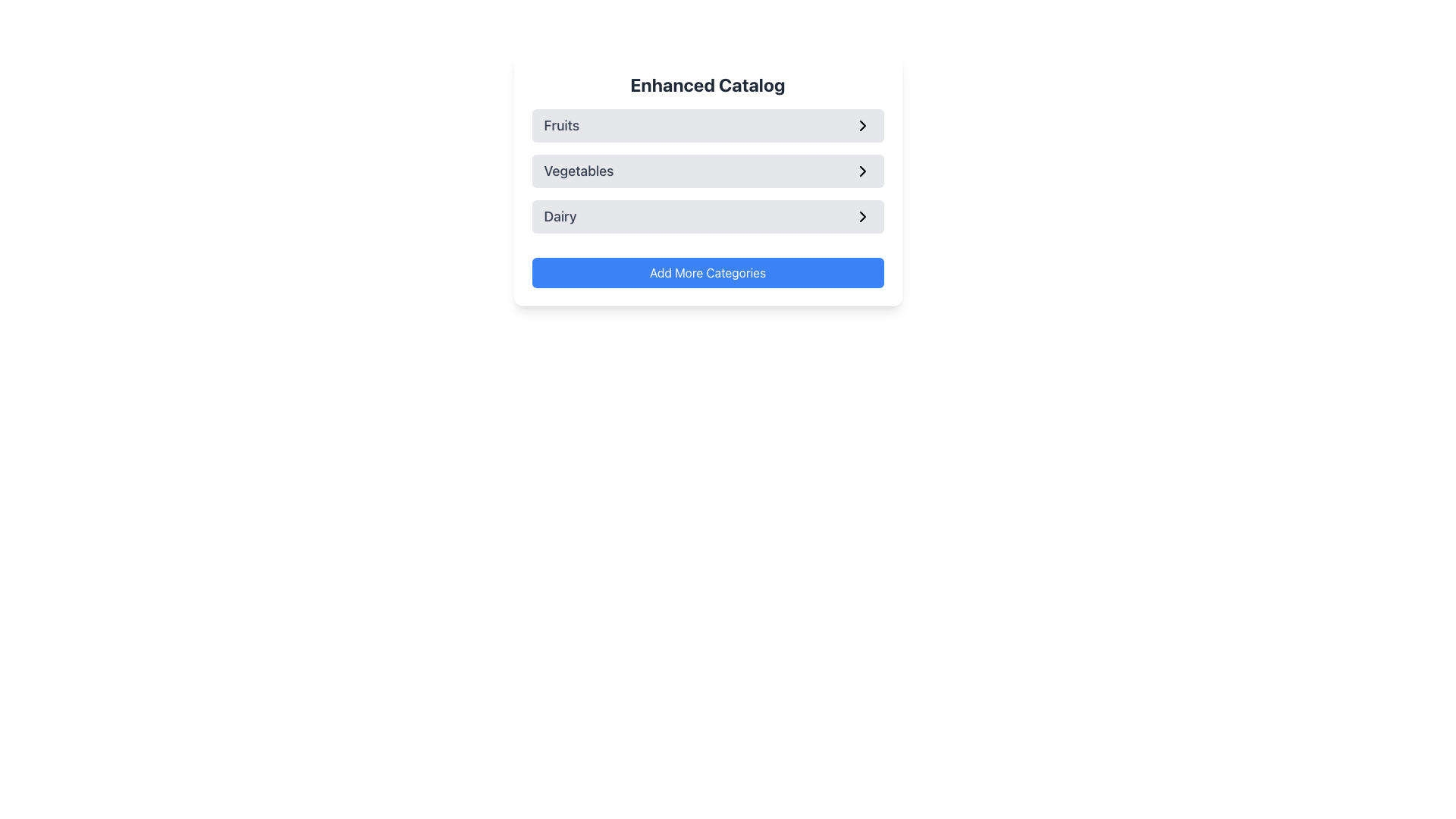 The width and height of the screenshot is (1456, 819). Describe the element at coordinates (862, 216) in the screenshot. I see `the rightward-pointing chevron icon located at the far-right end of the 'Dairy' row, which is the third item in a vertical list of categories` at that location.